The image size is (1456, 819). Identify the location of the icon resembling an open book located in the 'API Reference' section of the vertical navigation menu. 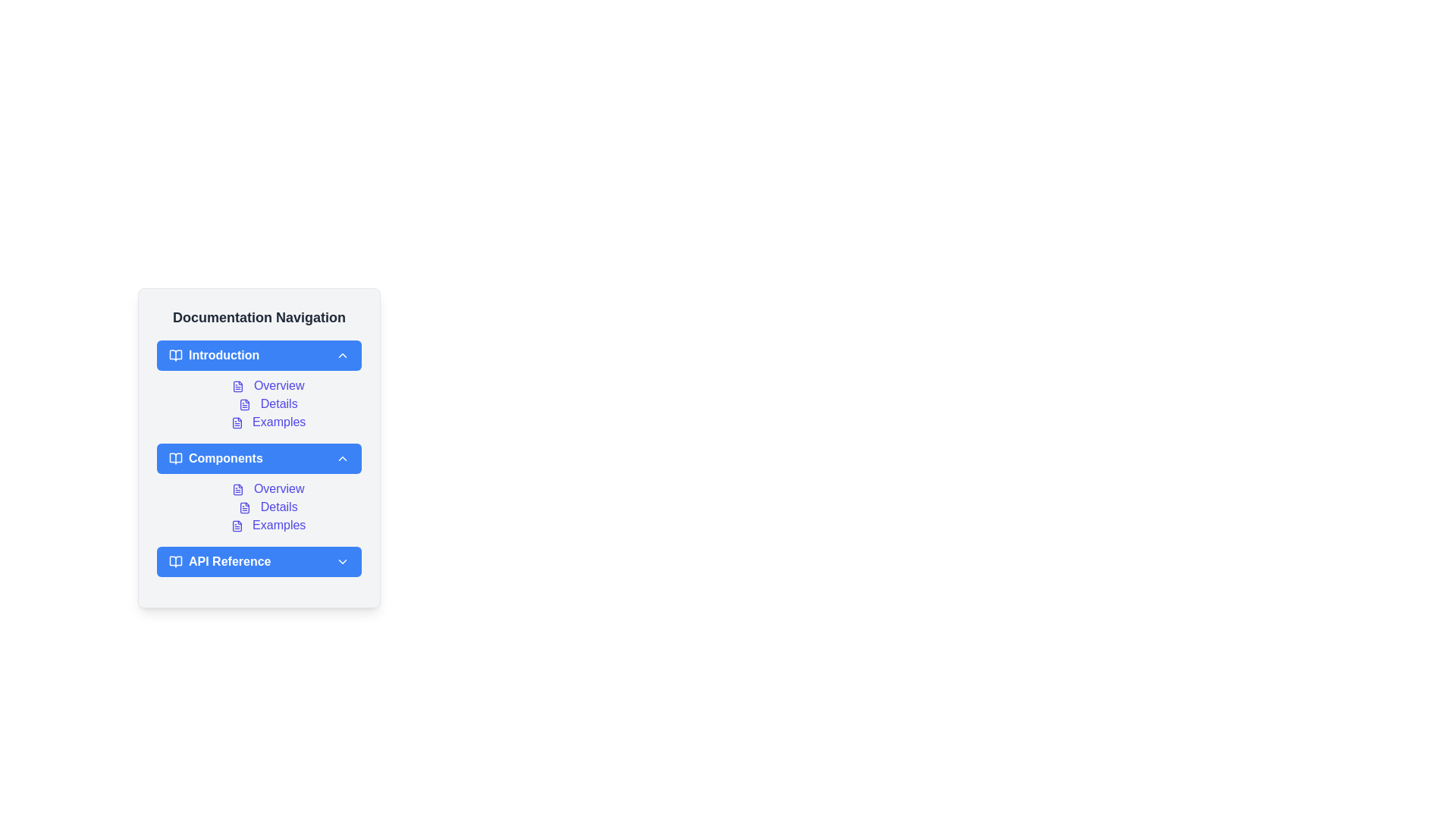
(175, 561).